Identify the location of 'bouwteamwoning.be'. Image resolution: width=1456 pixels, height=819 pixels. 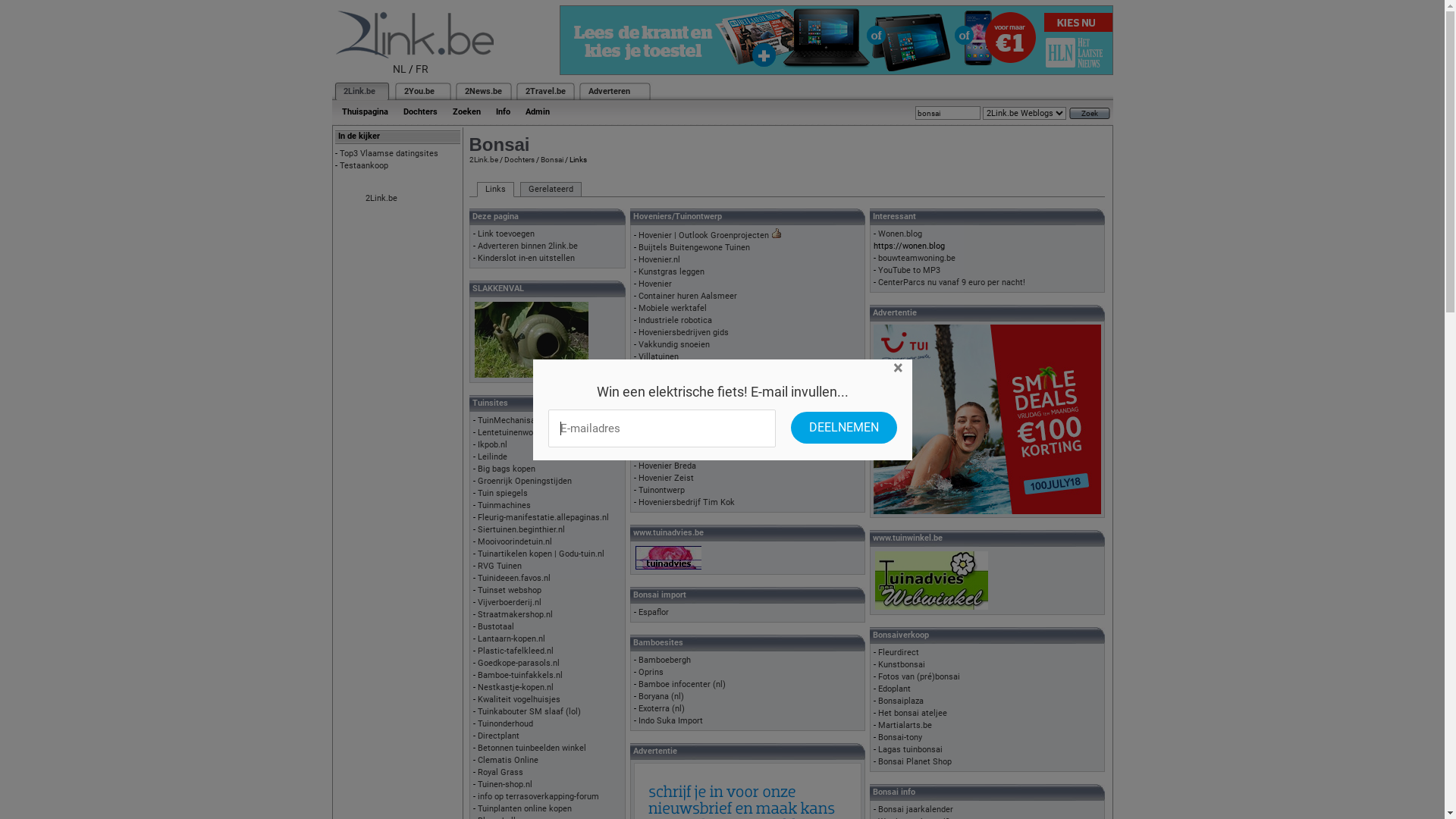
(916, 257).